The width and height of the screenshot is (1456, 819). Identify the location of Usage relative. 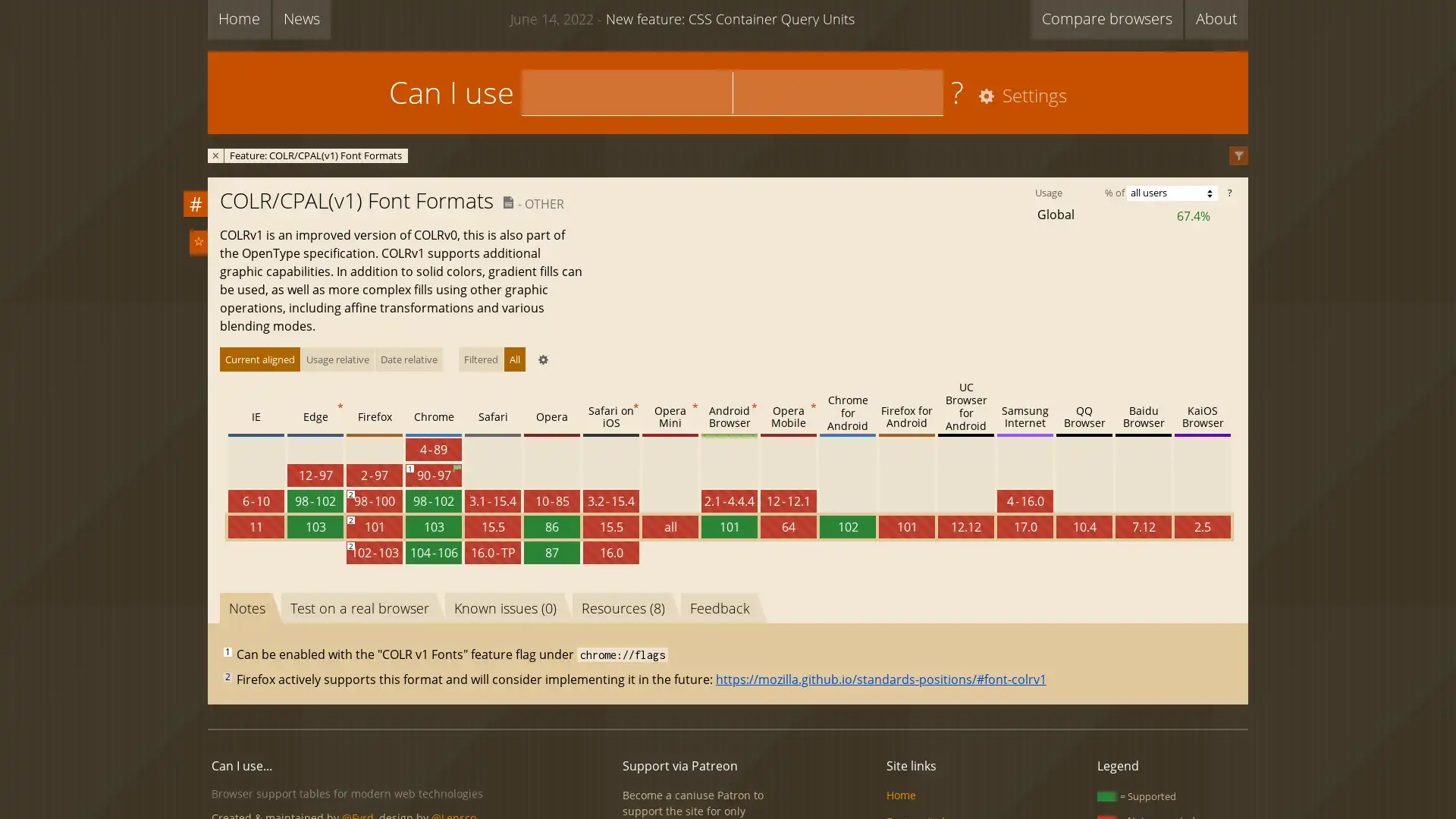
(337, 359).